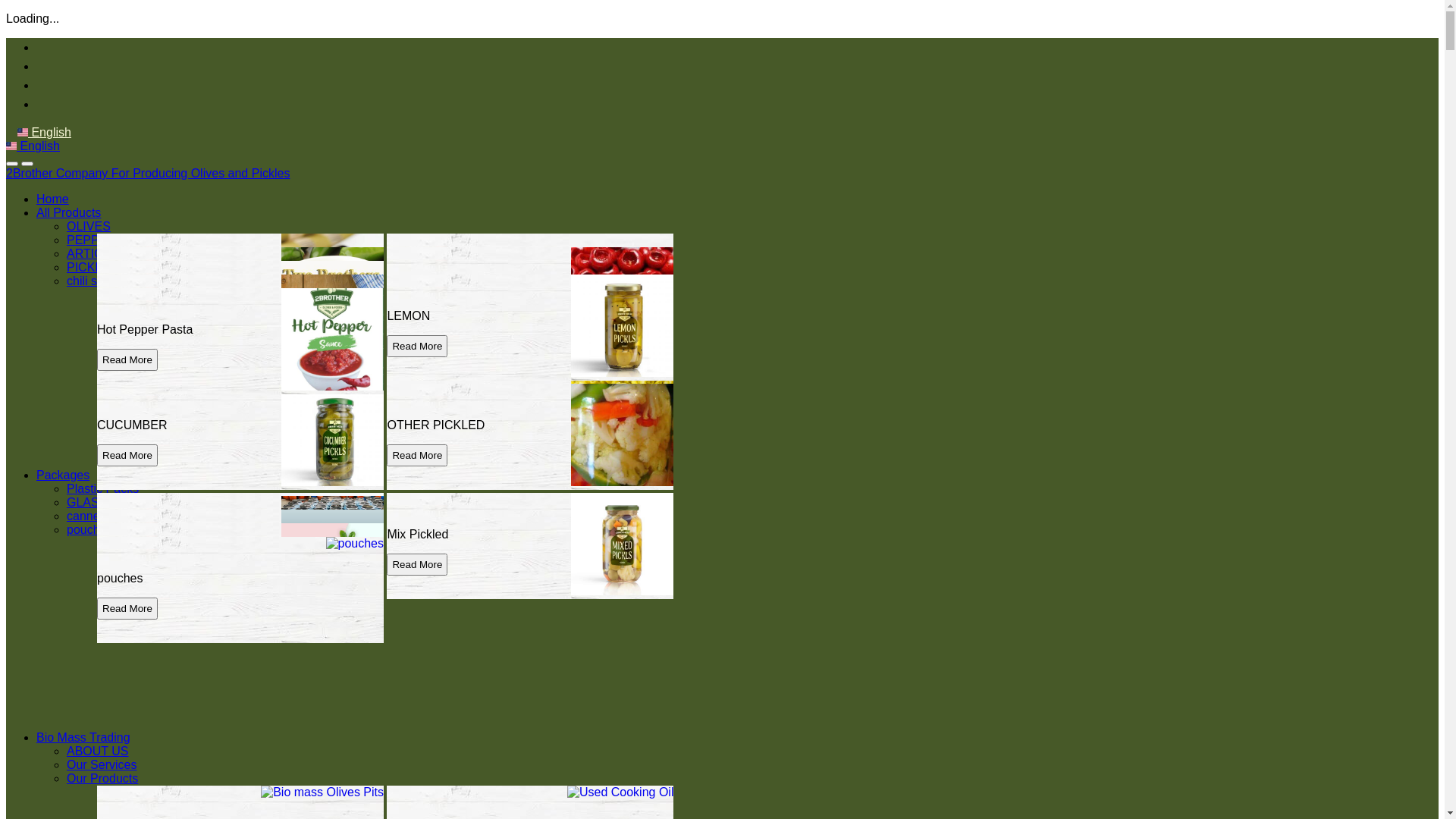 This screenshot has height=819, width=1456. What do you see at coordinates (83, 736) in the screenshot?
I see `'Bio Mass Trading'` at bounding box center [83, 736].